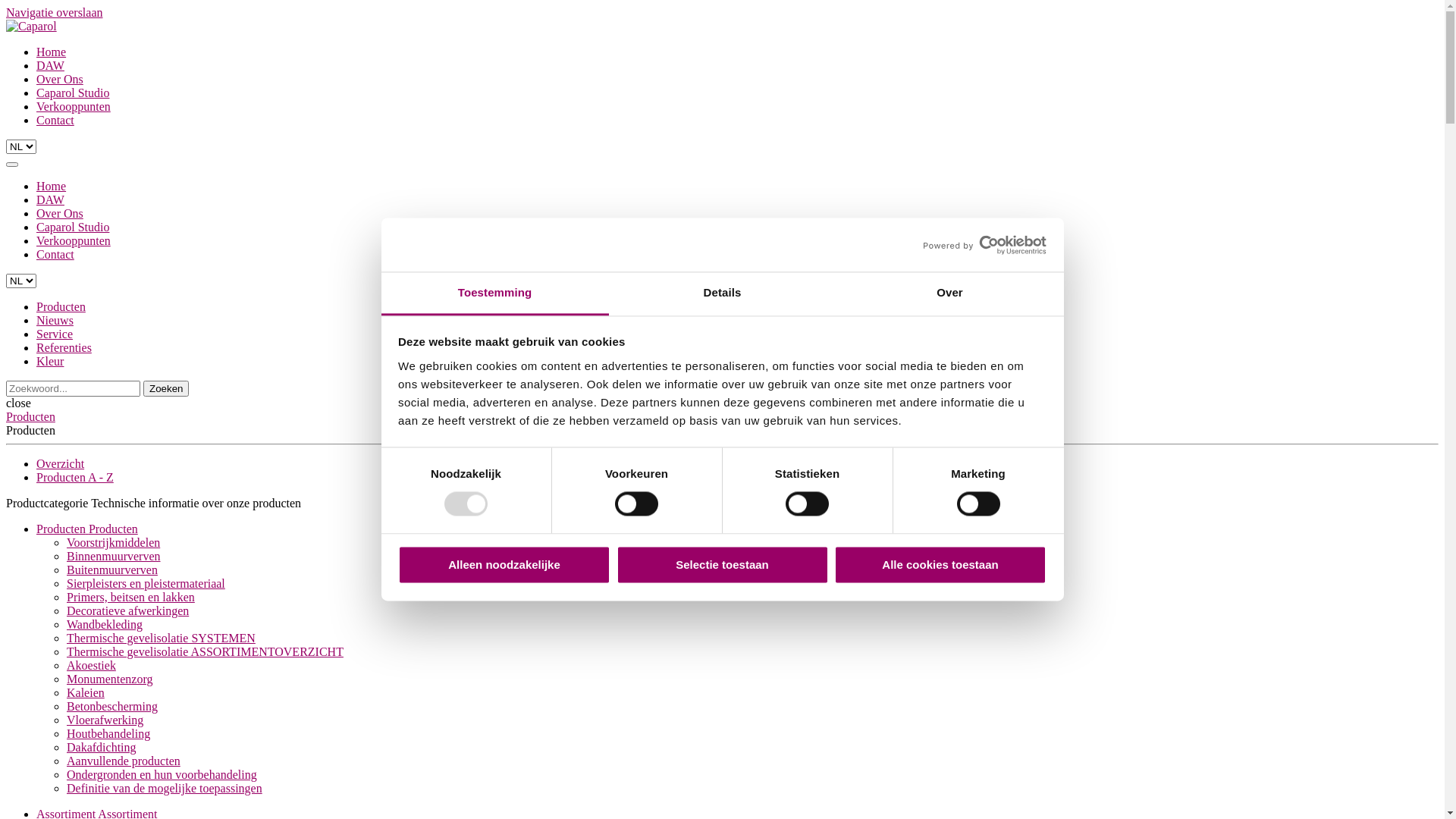 This screenshot has width=1456, height=819. What do you see at coordinates (720, 293) in the screenshot?
I see `'Details'` at bounding box center [720, 293].